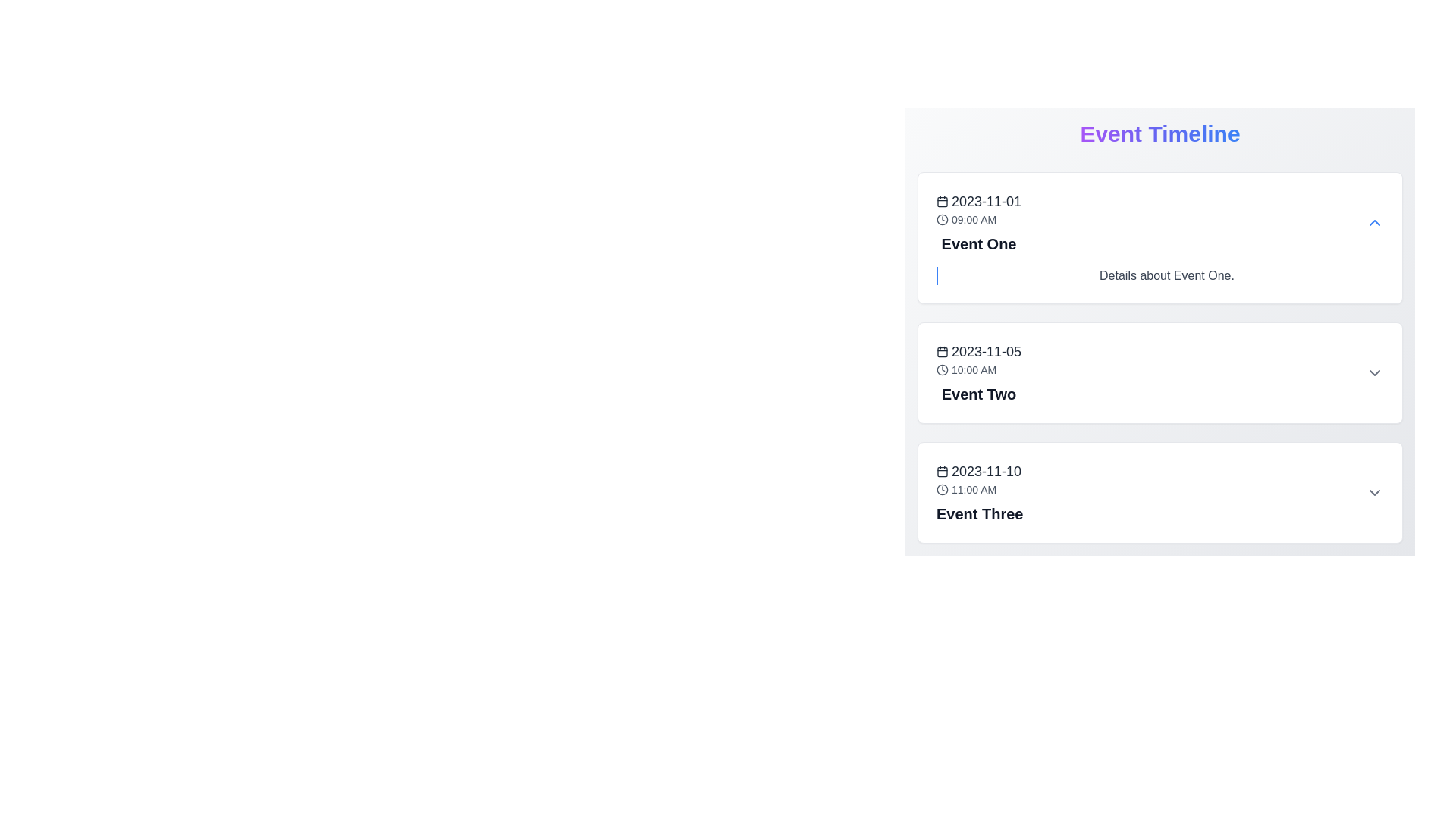 This screenshot has height=819, width=1456. What do you see at coordinates (1159, 493) in the screenshot?
I see `the third event card` at bounding box center [1159, 493].